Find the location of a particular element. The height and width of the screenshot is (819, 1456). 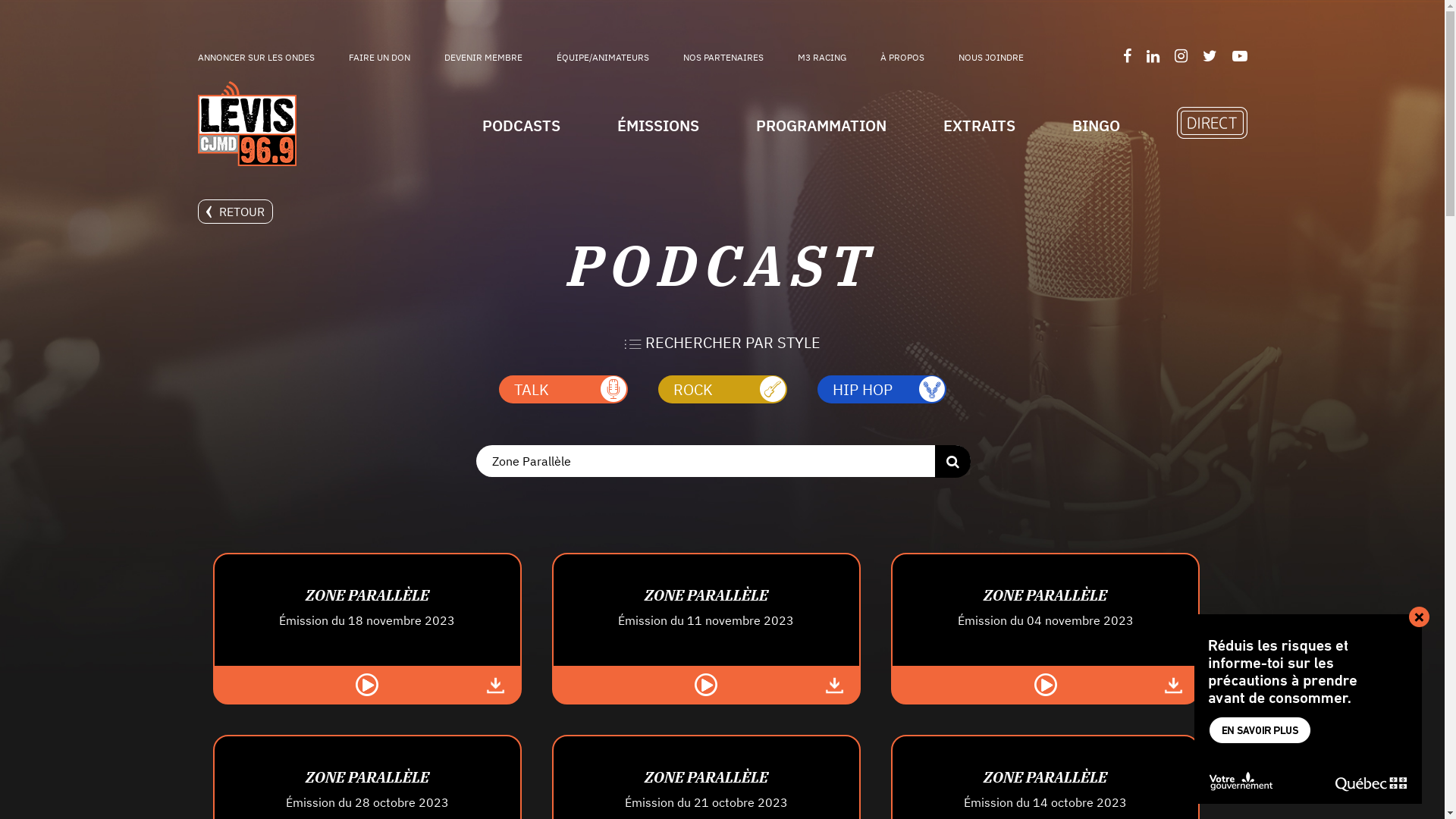

'DEVENIR MEMBRE' is located at coordinates (482, 56).